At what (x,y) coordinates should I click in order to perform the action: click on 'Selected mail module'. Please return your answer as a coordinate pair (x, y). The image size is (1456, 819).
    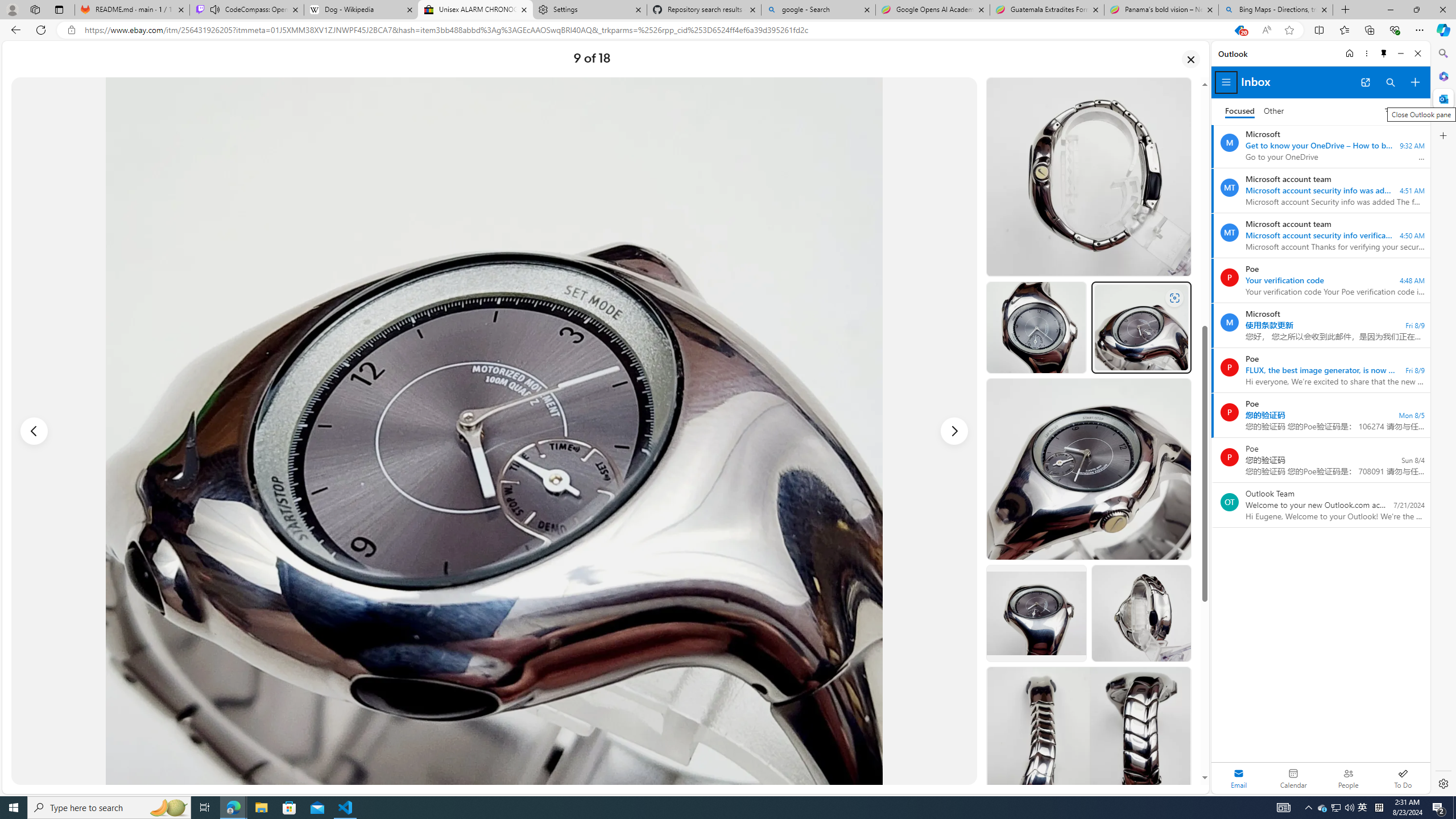
    Looking at the image, I should click on (1238, 777).